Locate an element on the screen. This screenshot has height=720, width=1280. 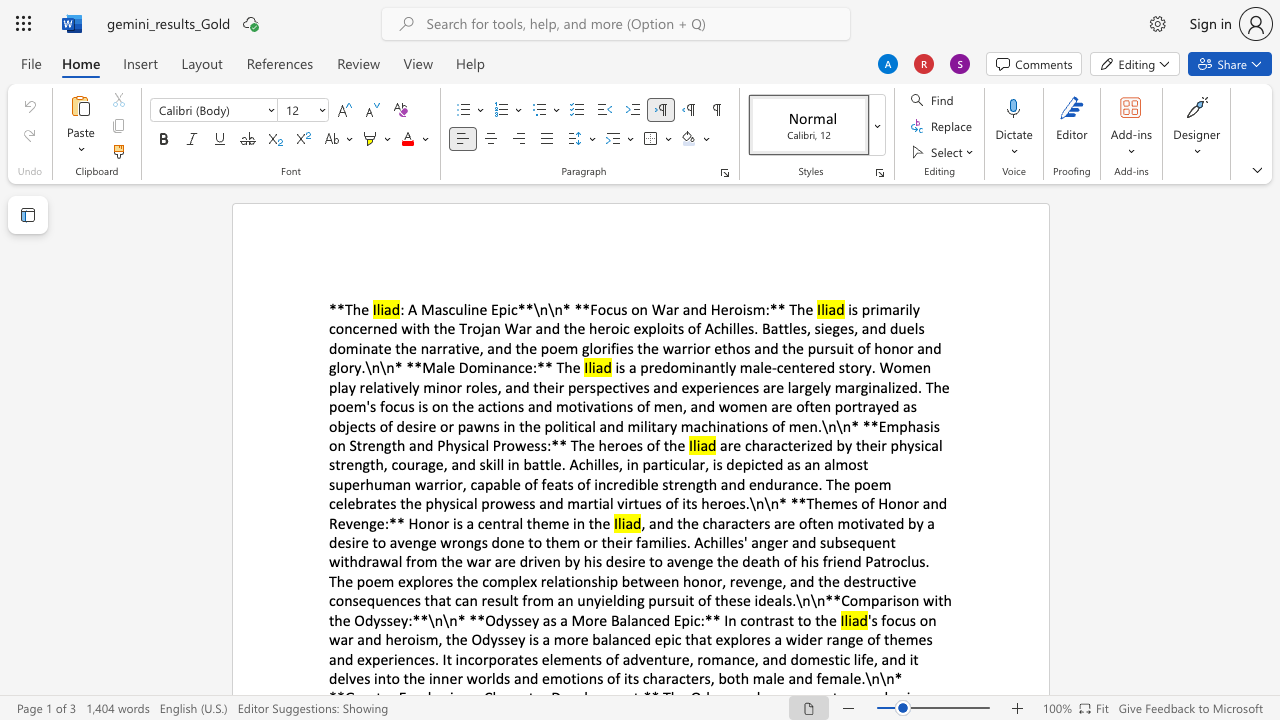
the 1th character "o" in the text is located at coordinates (737, 309).